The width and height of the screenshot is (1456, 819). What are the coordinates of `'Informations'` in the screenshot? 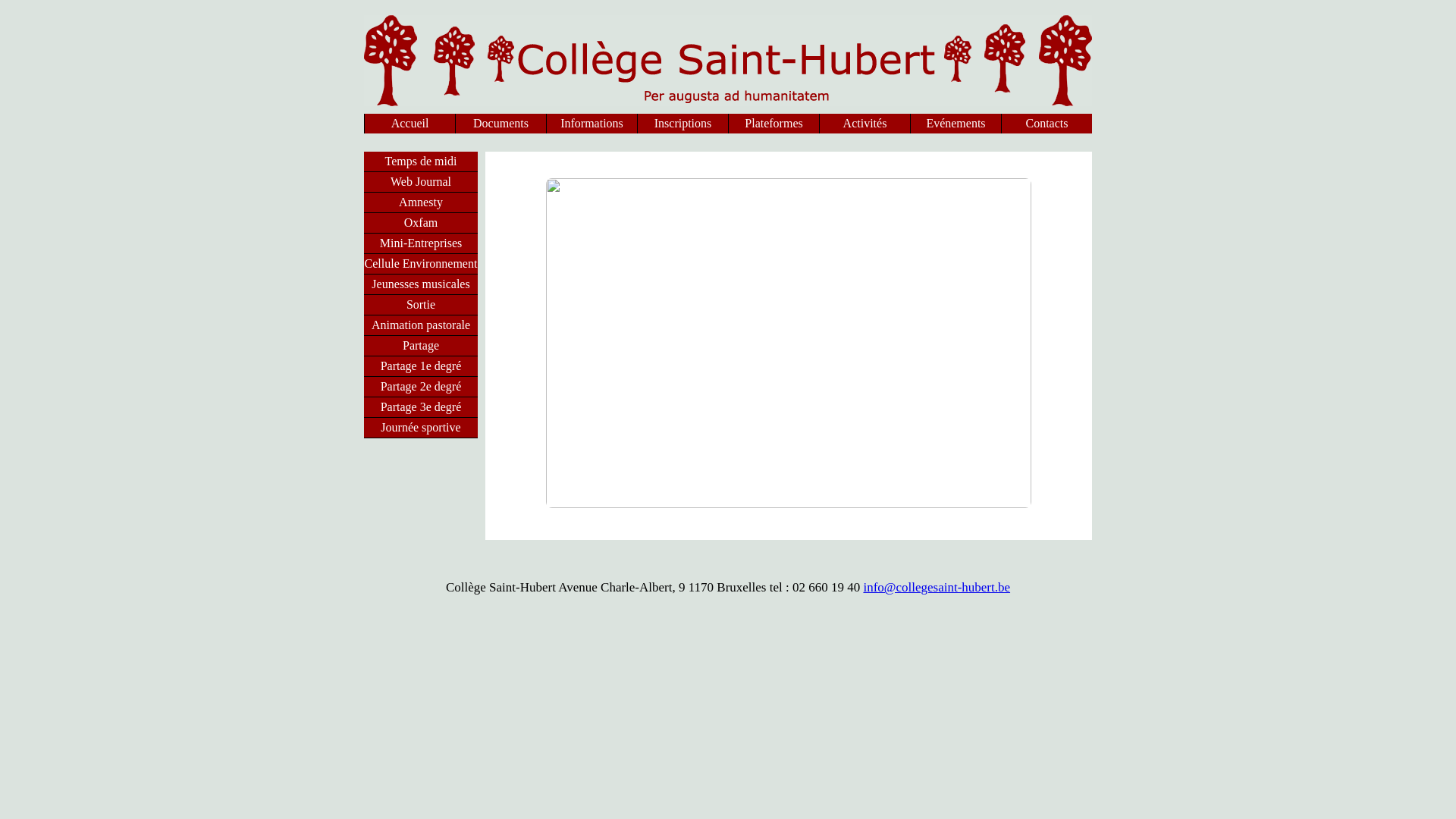 It's located at (591, 122).